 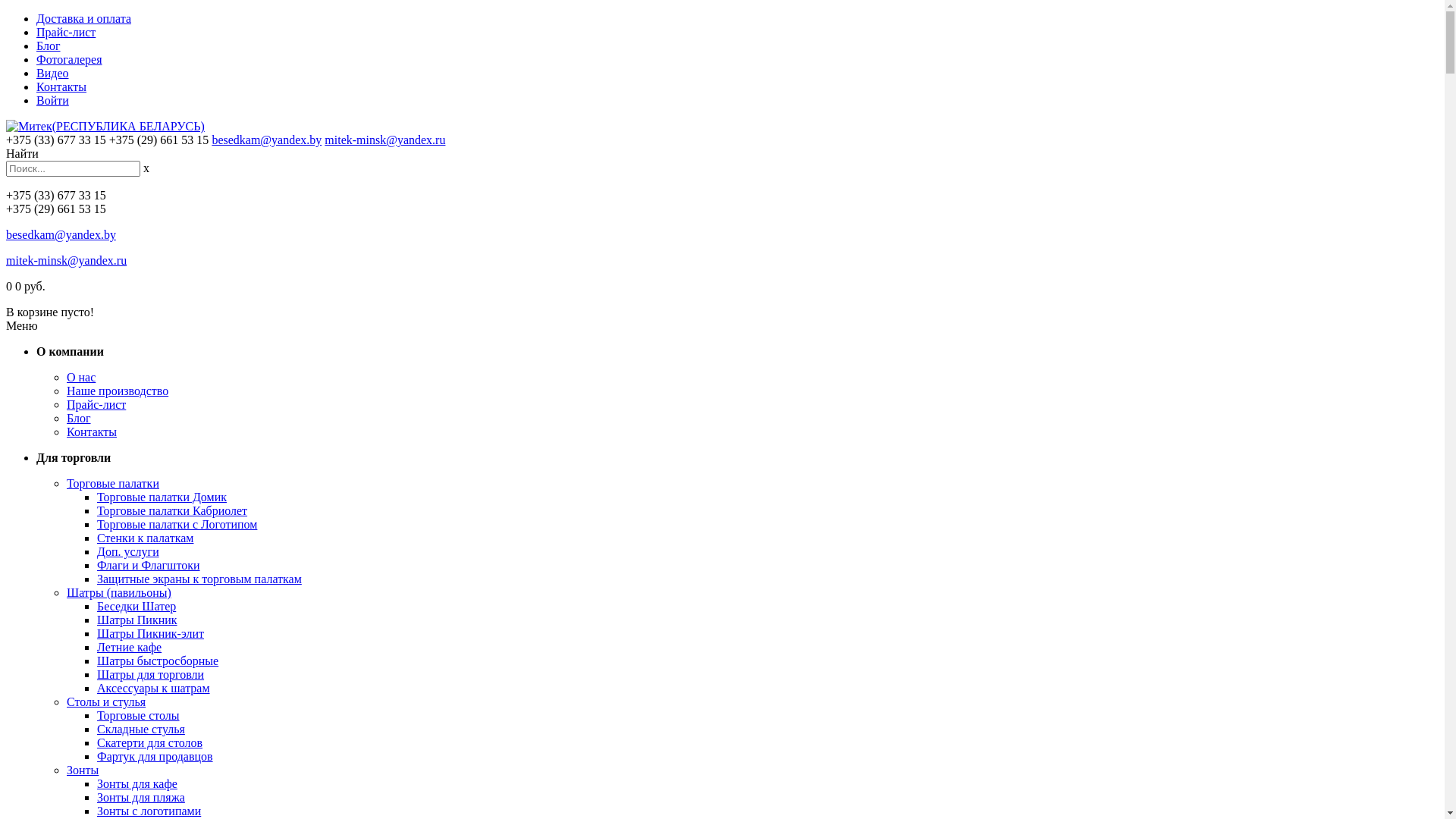 What do you see at coordinates (323, 140) in the screenshot?
I see `'mitek-minsk@yandex.ru'` at bounding box center [323, 140].